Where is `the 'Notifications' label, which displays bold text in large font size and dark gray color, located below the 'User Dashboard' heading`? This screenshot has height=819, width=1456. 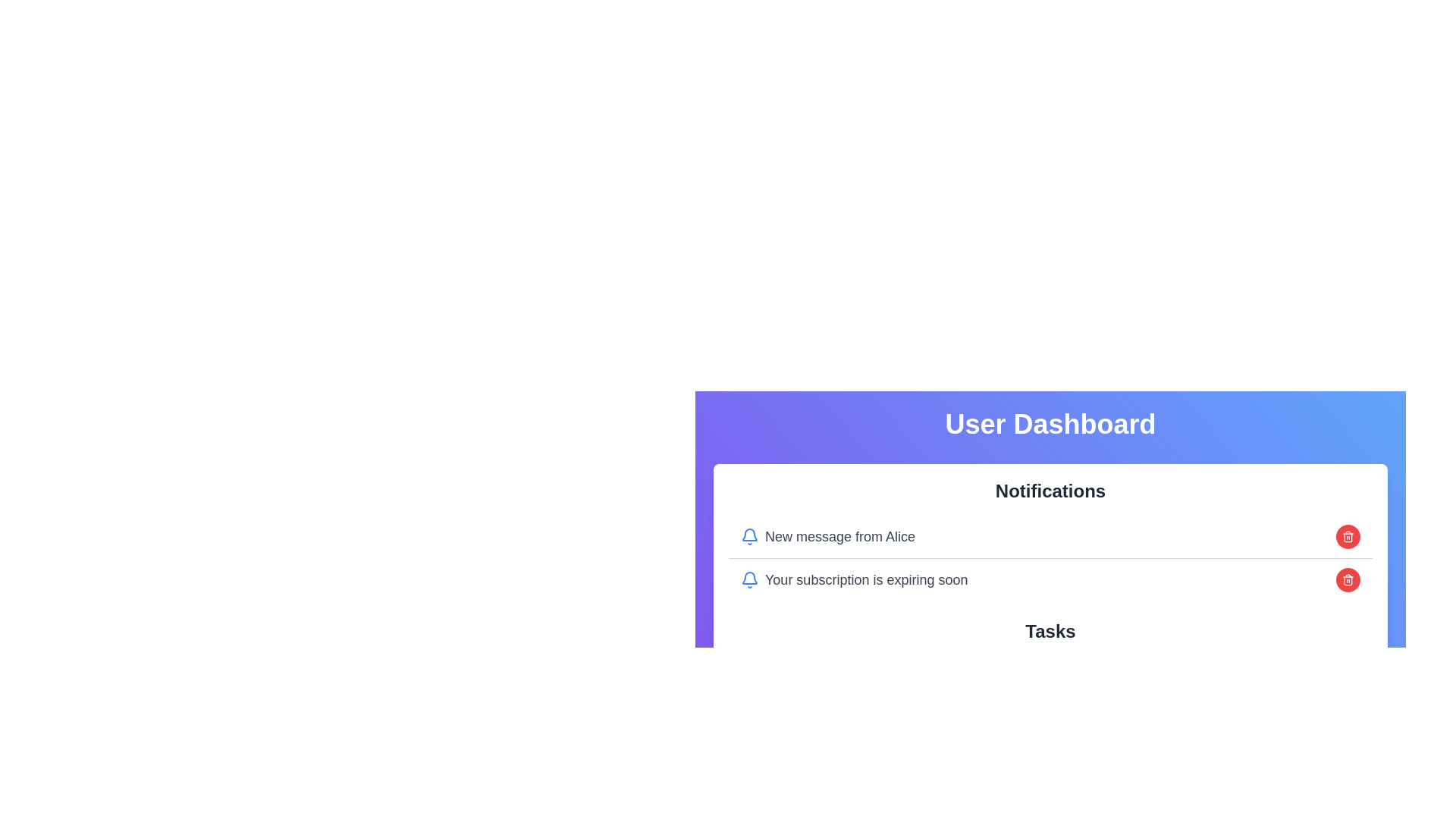
the 'Notifications' label, which displays bold text in large font size and dark gray color, located below the 'User Dashboard' heading is located at coordinates (1050, 491).